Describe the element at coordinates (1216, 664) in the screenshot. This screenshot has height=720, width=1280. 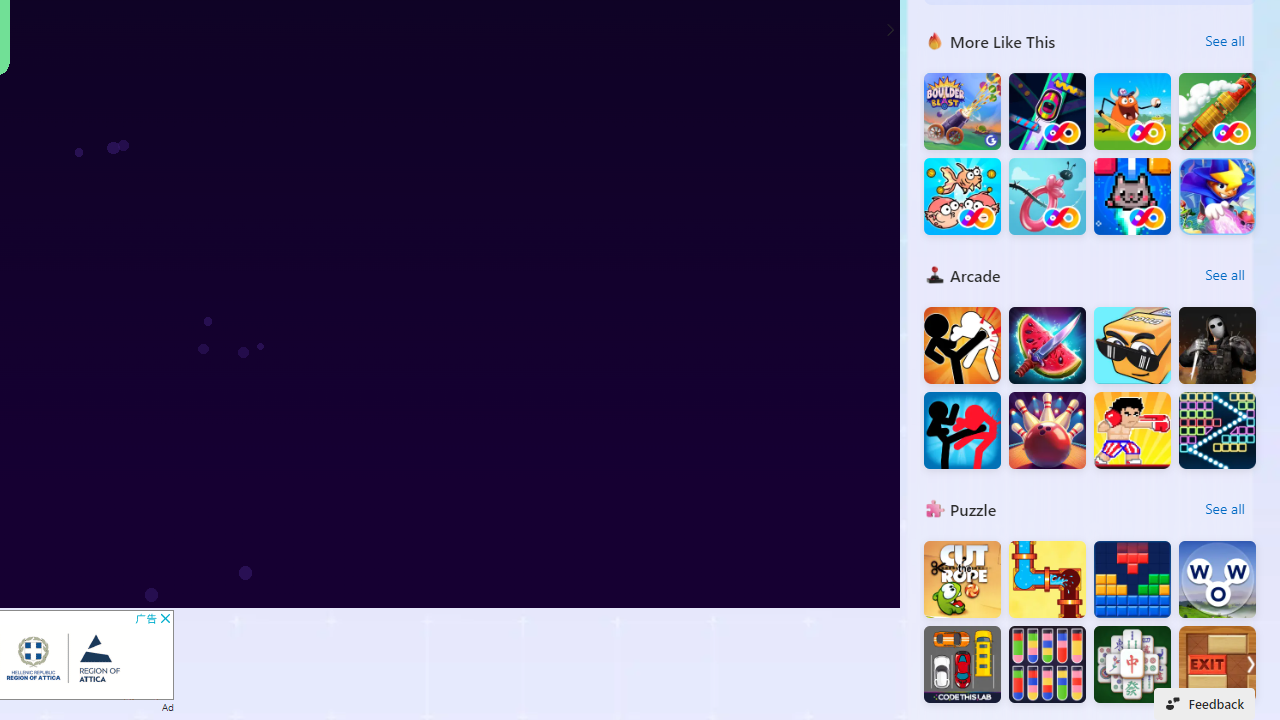
I see `'EXIT : unblock red wood block'` at that location.